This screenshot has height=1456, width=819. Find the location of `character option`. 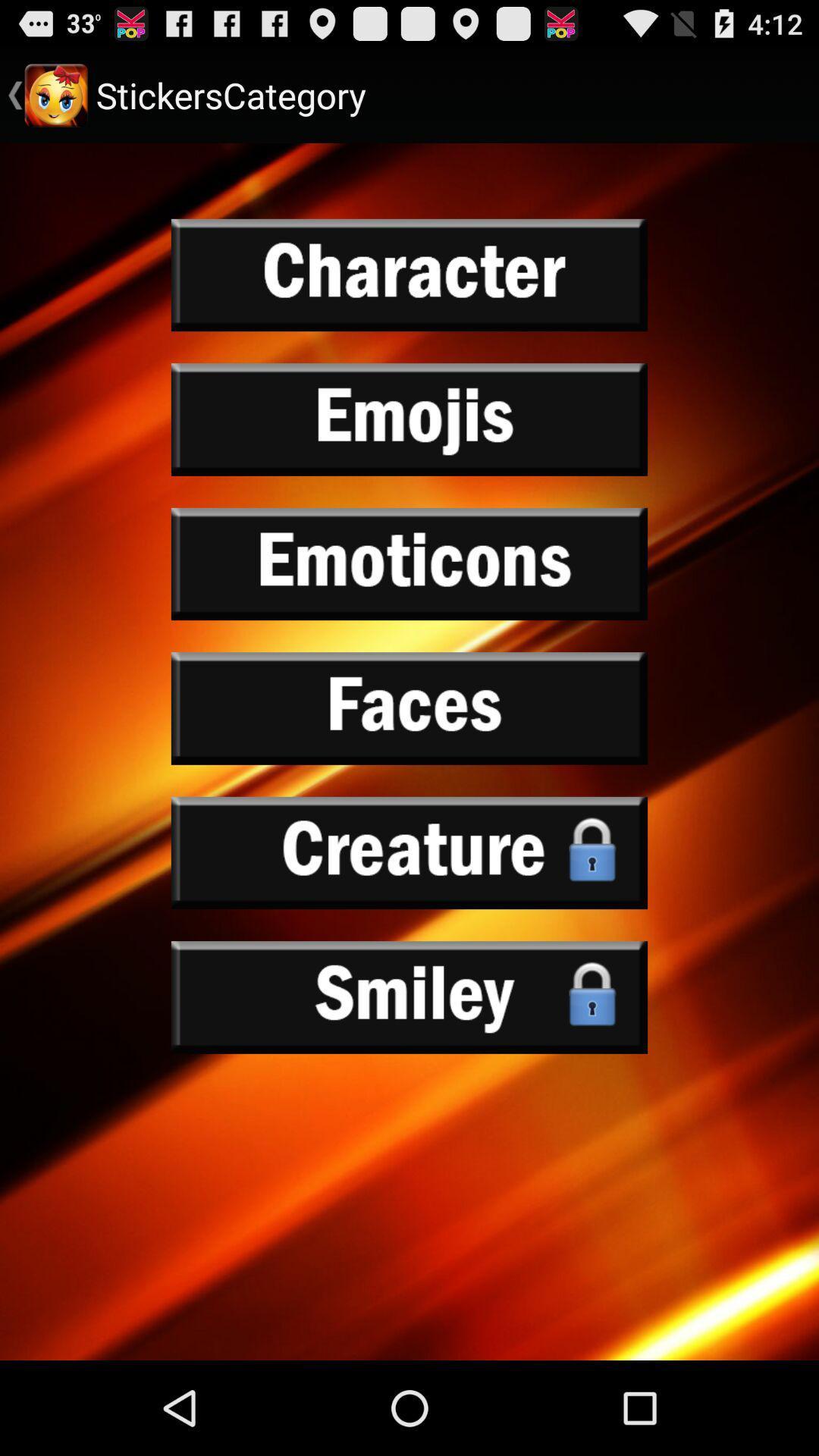

character option is located at coordinates (409, 275).